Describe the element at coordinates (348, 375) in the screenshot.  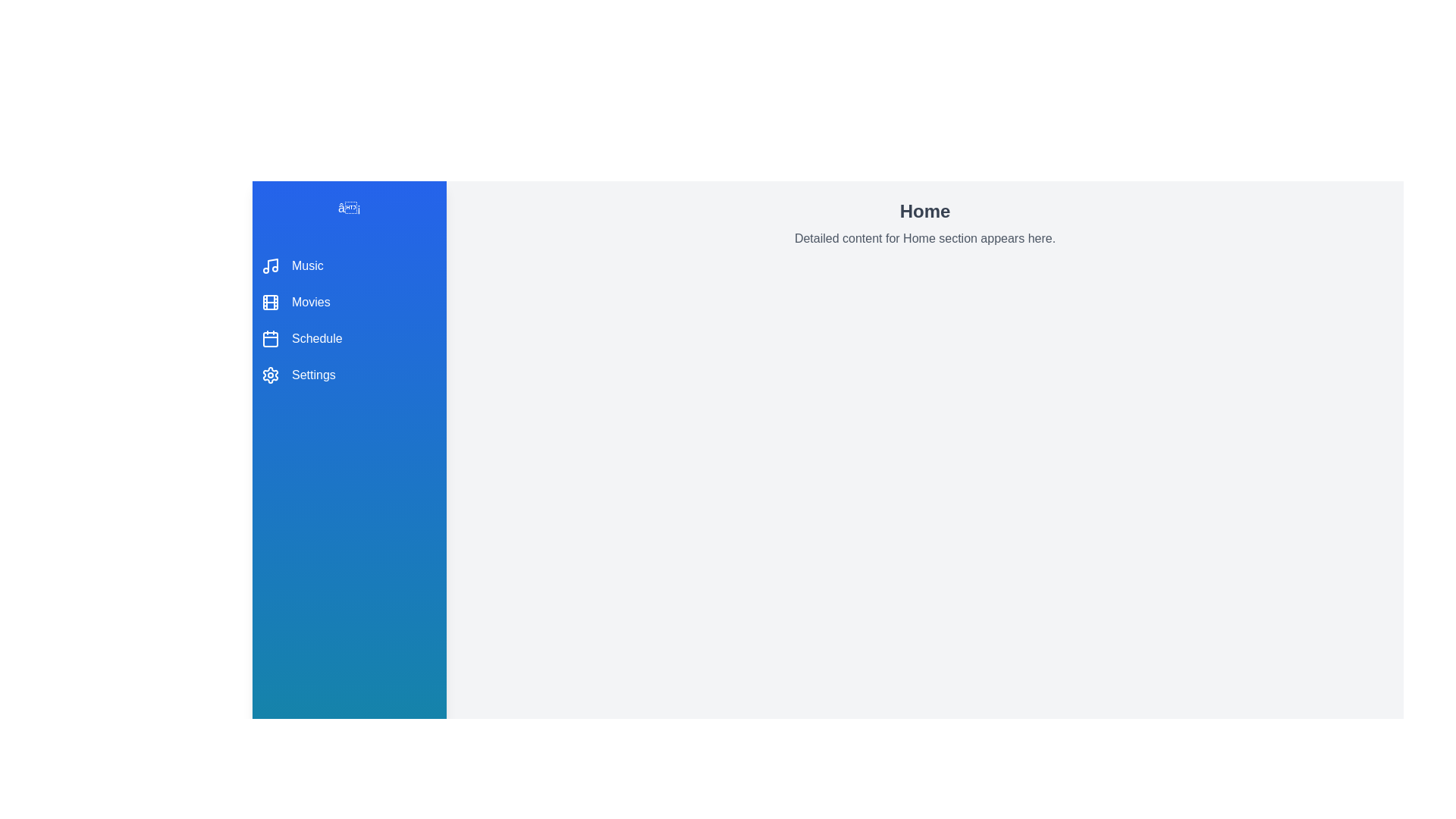
I see `the menu item Settings to view its details` at that location.